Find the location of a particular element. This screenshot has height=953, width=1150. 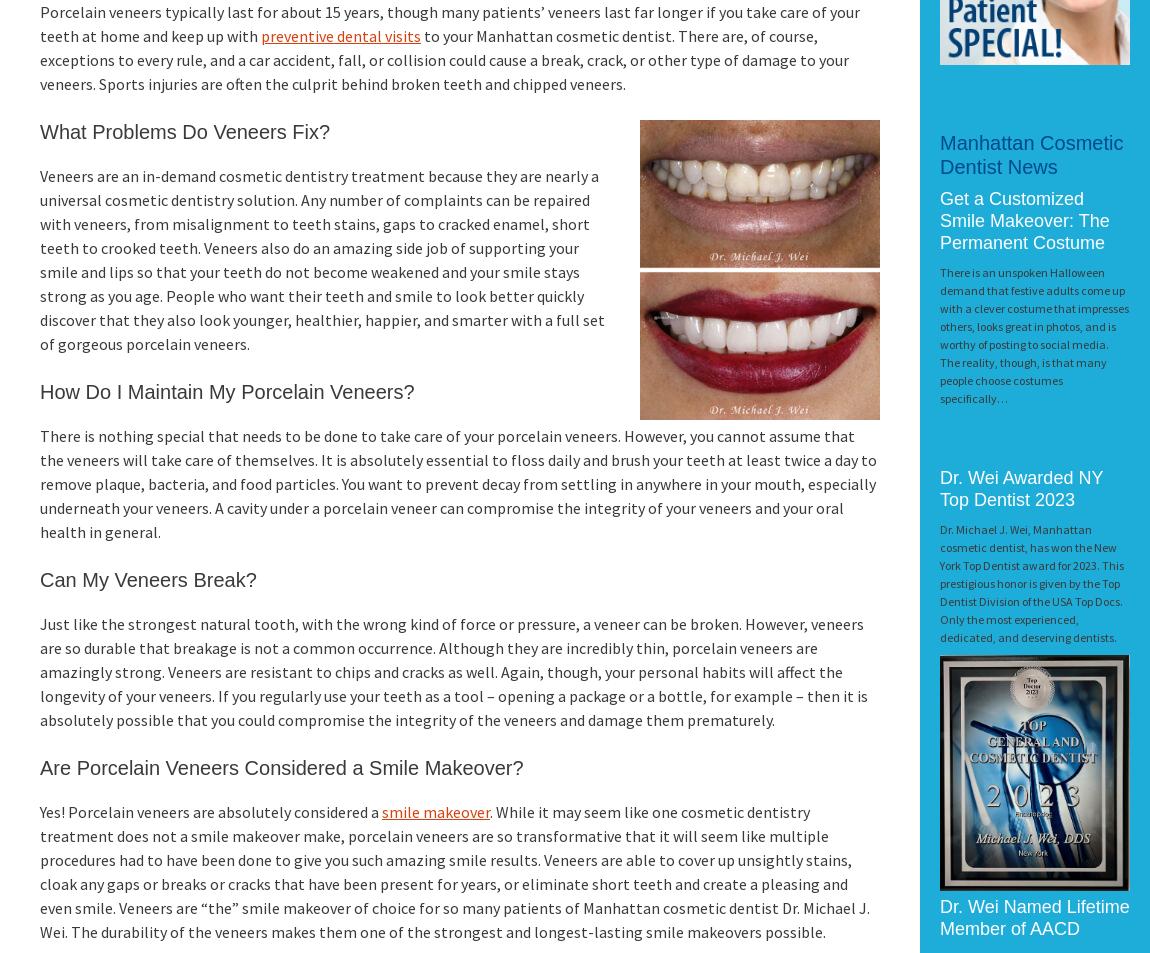

'Veneers are an in-demand cosmetic dentistry treatment because they are nearly a universal cosmetic dentistry solution. Any number of complaints can be repaired with veneers, from misalignment to teeth stains, gaps to cracked enamel, short teeth to crooked teeth. Veneers also do an amazing side job of supporting your smile and lips so that your teeth do not become weakened and your smile stays strong as you age. People who want their teeth and smile to look better quickly discover that they also look younger, healthier, happier, and smarter with a full set of gorgeous porcelain veneers.' is located at coordinates (322, 258).